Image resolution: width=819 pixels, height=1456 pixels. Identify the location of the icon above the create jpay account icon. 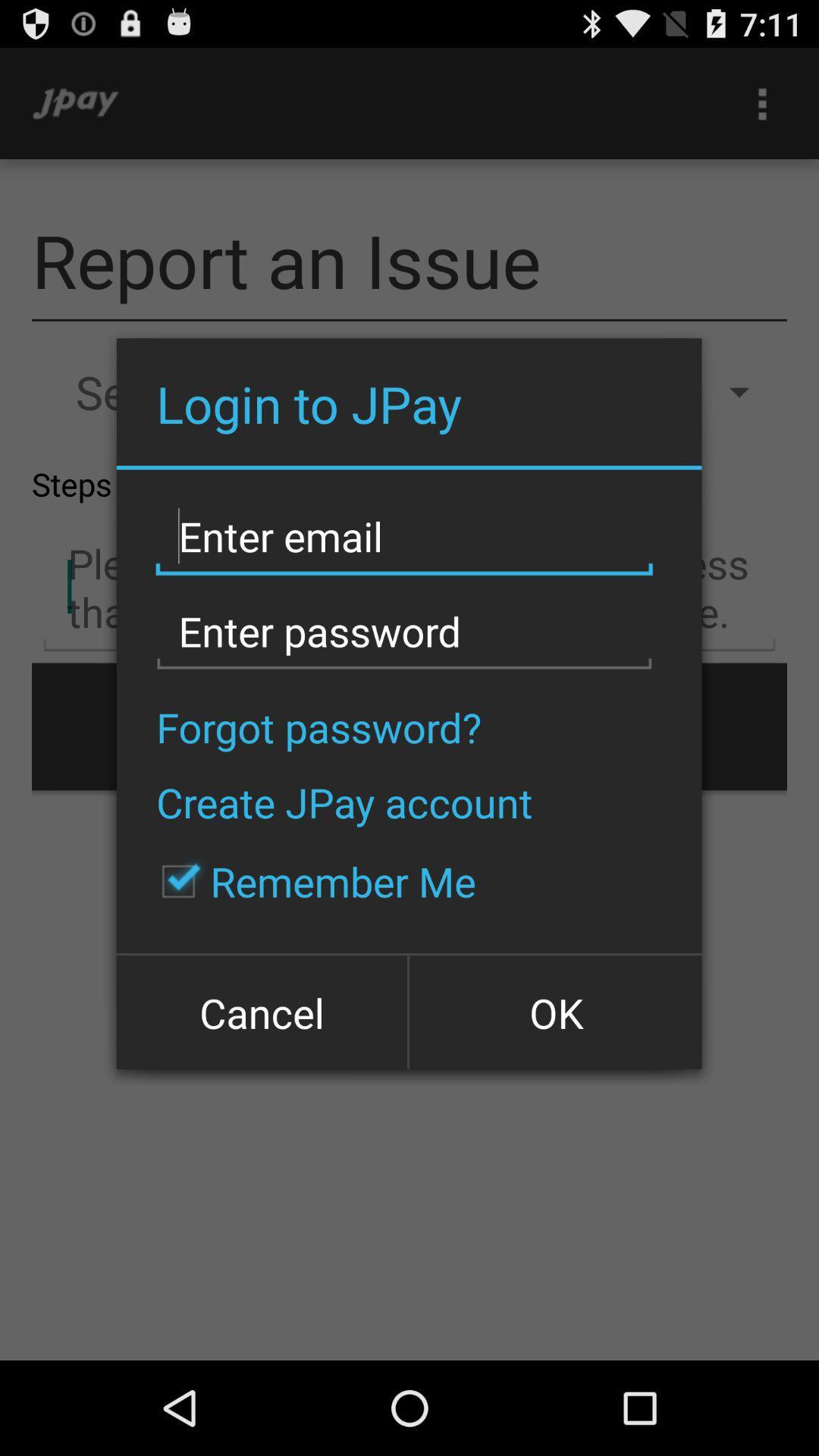
(318, 726).